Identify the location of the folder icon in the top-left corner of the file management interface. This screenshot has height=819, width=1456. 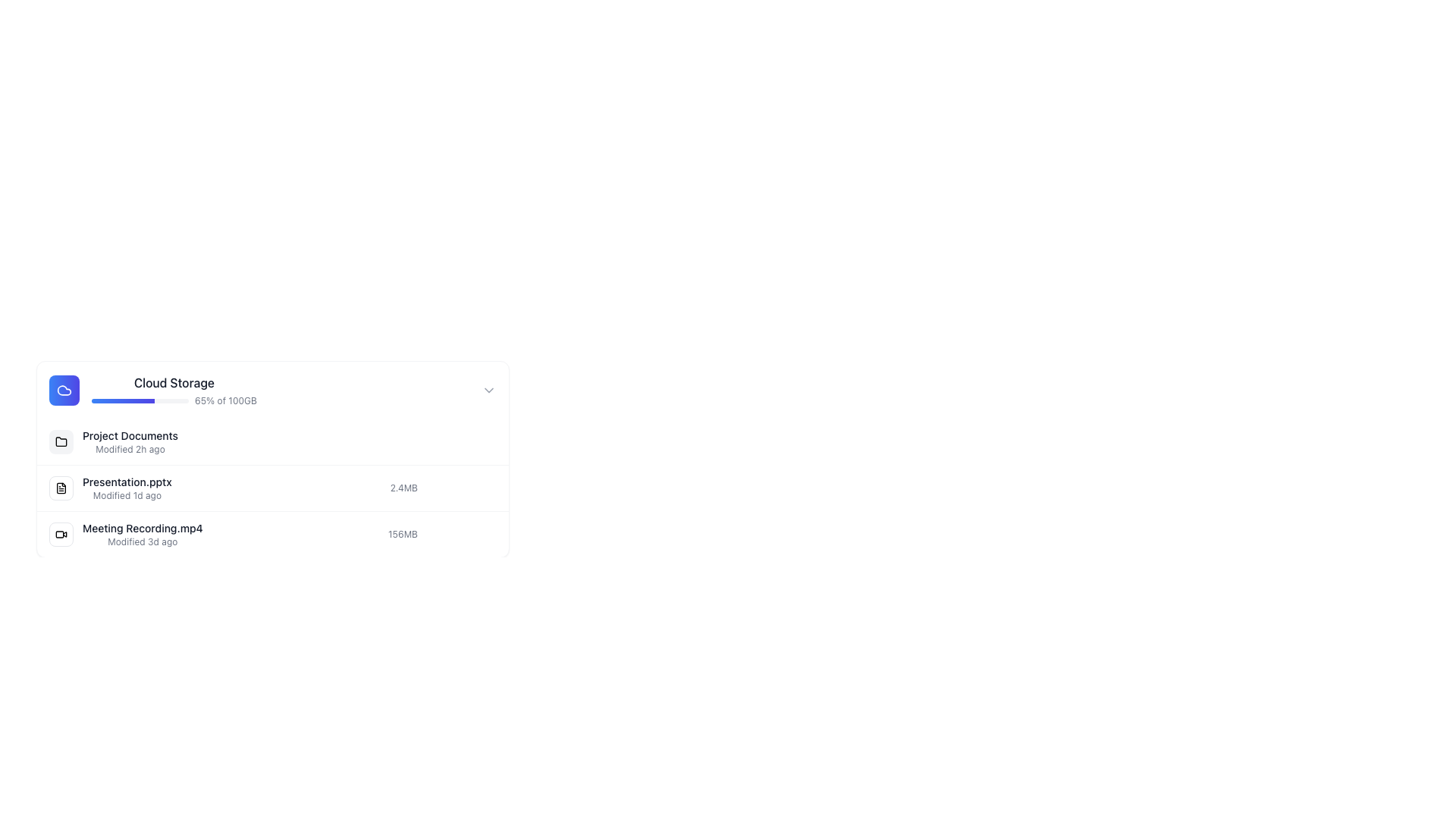
(61, 441).